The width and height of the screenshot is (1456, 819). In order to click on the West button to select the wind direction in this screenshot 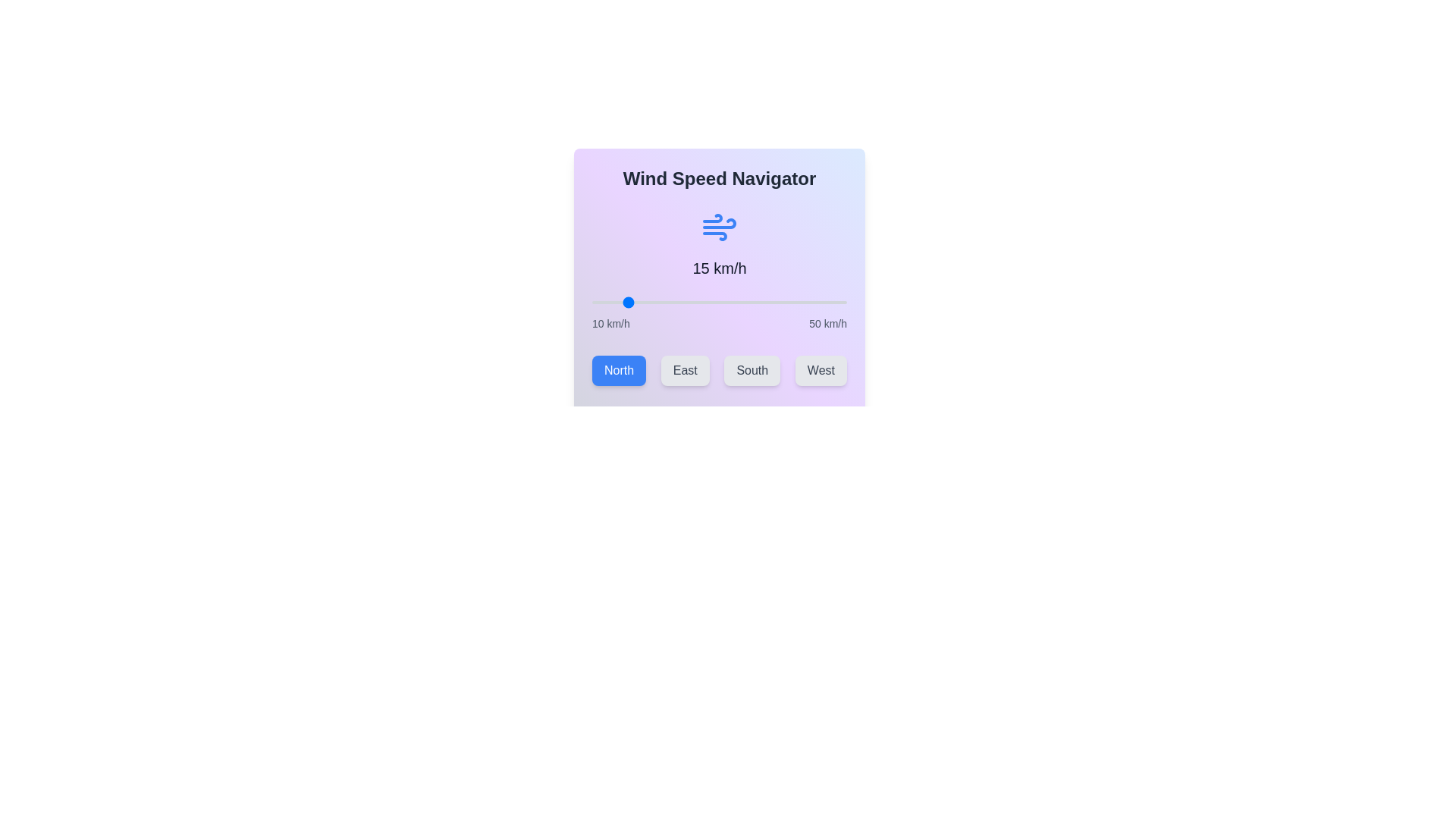, I will do `click(820, 371)`.